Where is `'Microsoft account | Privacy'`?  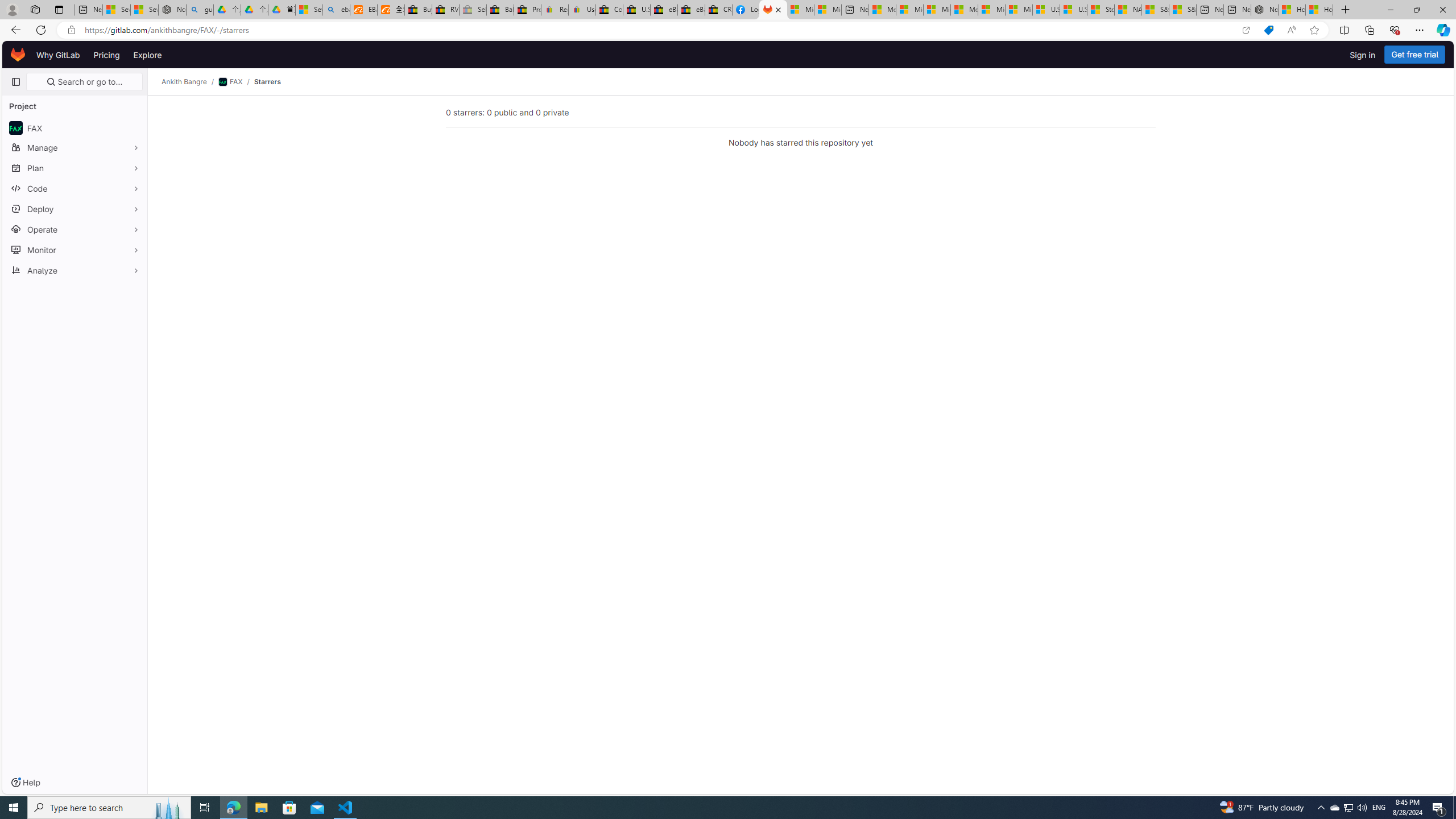 'Microsoft account | Privacy' is located at coordinates (909, 9).